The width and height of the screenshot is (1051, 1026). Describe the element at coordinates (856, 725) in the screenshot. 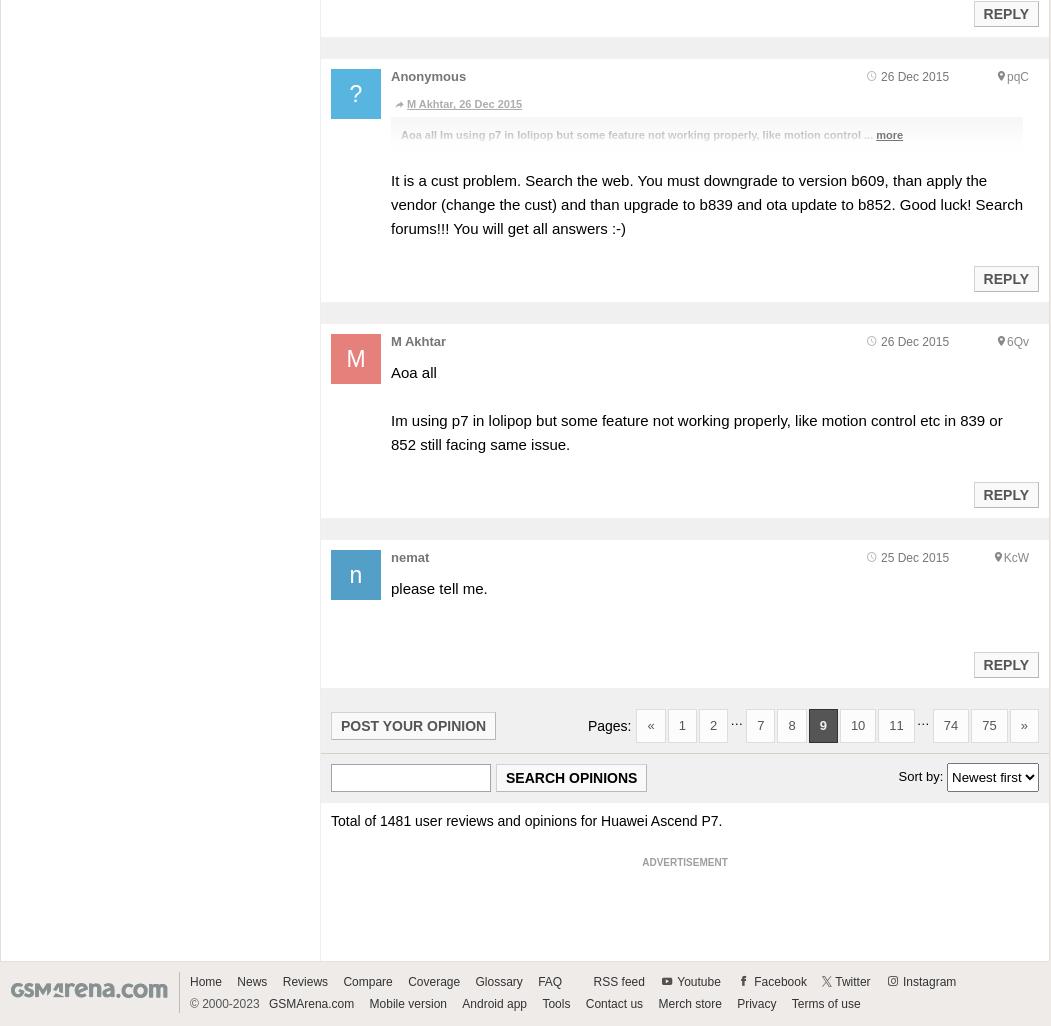

I see `'10'` at that location.